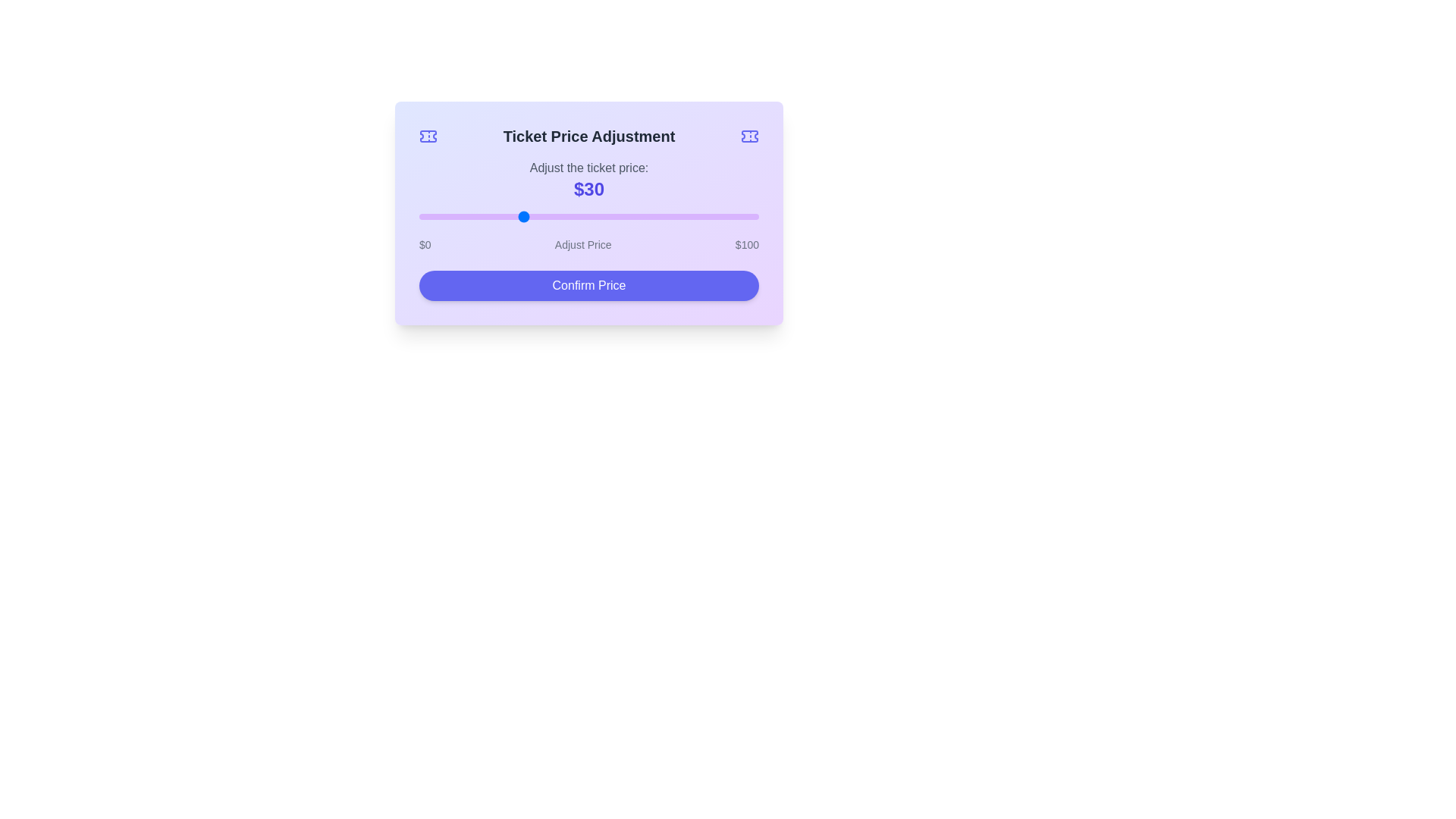 This screenshot has height=819, width=1456. Describe the element at coordinates (732, 216) in the screenshot. I see `the ticket price to 92 using the slider` at that location.